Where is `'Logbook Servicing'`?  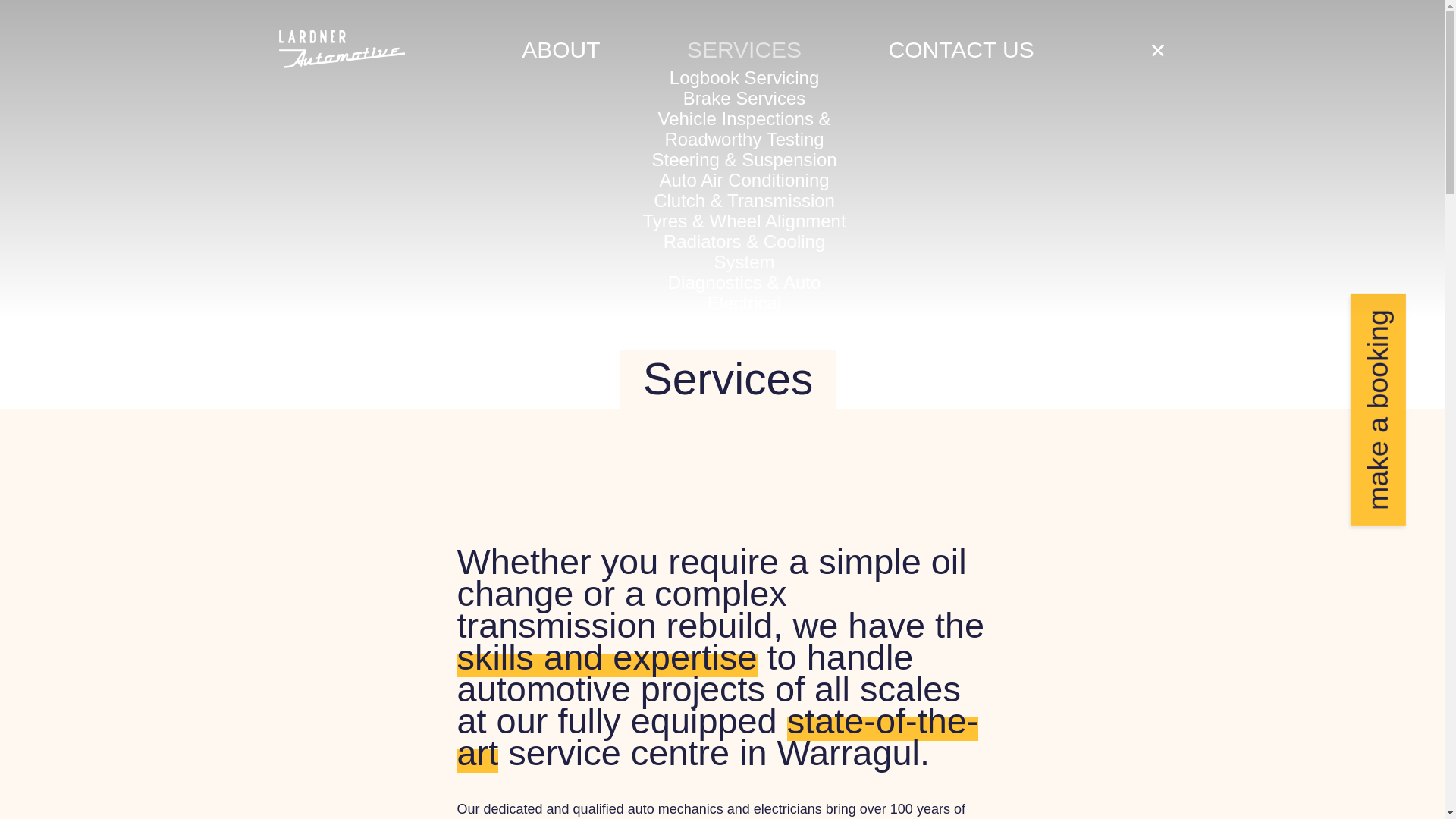 'Logbook Servicing' is located at coordinates (744, 77).